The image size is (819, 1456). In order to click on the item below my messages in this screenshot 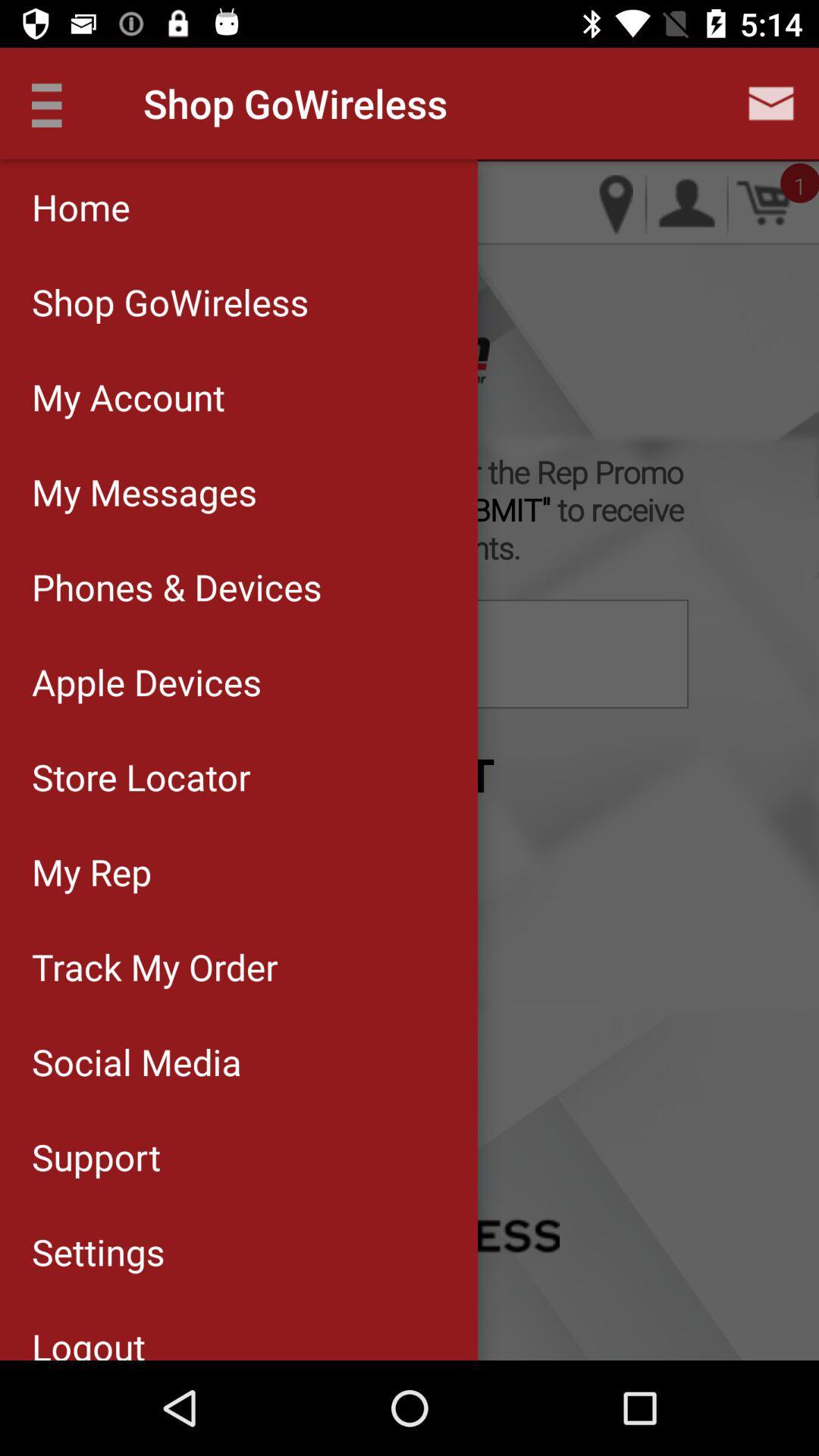, I will do `click(239, 585)`.